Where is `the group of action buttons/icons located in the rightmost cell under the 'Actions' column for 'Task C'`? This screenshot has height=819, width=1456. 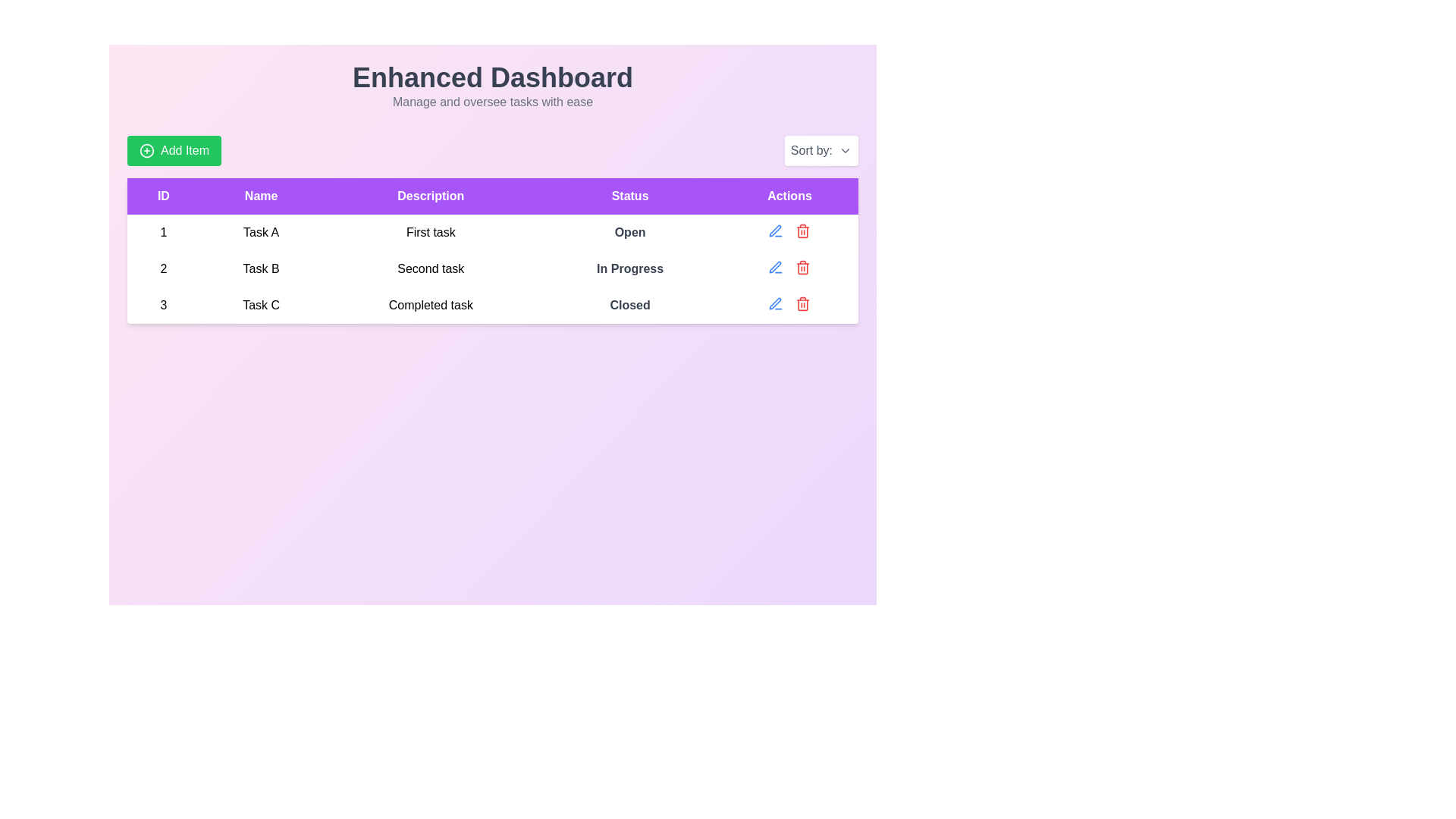
the group of action buttons/icons located in the rightmost cell under the 'Actions' column for 'Task C' is located at coordinates (789, 304).